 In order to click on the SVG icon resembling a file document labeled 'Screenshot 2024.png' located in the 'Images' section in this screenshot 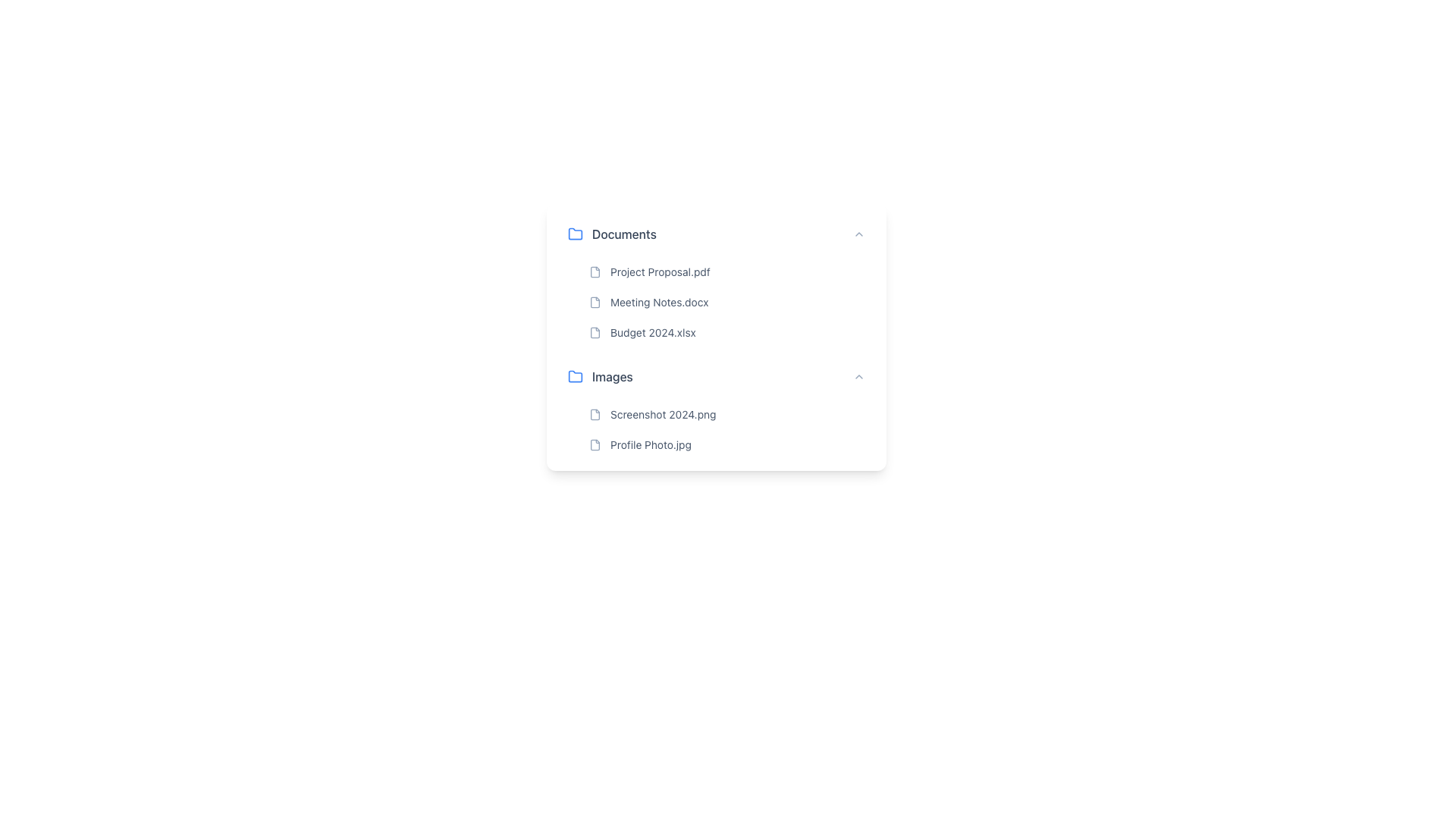, I will do `click(595, 415)`.